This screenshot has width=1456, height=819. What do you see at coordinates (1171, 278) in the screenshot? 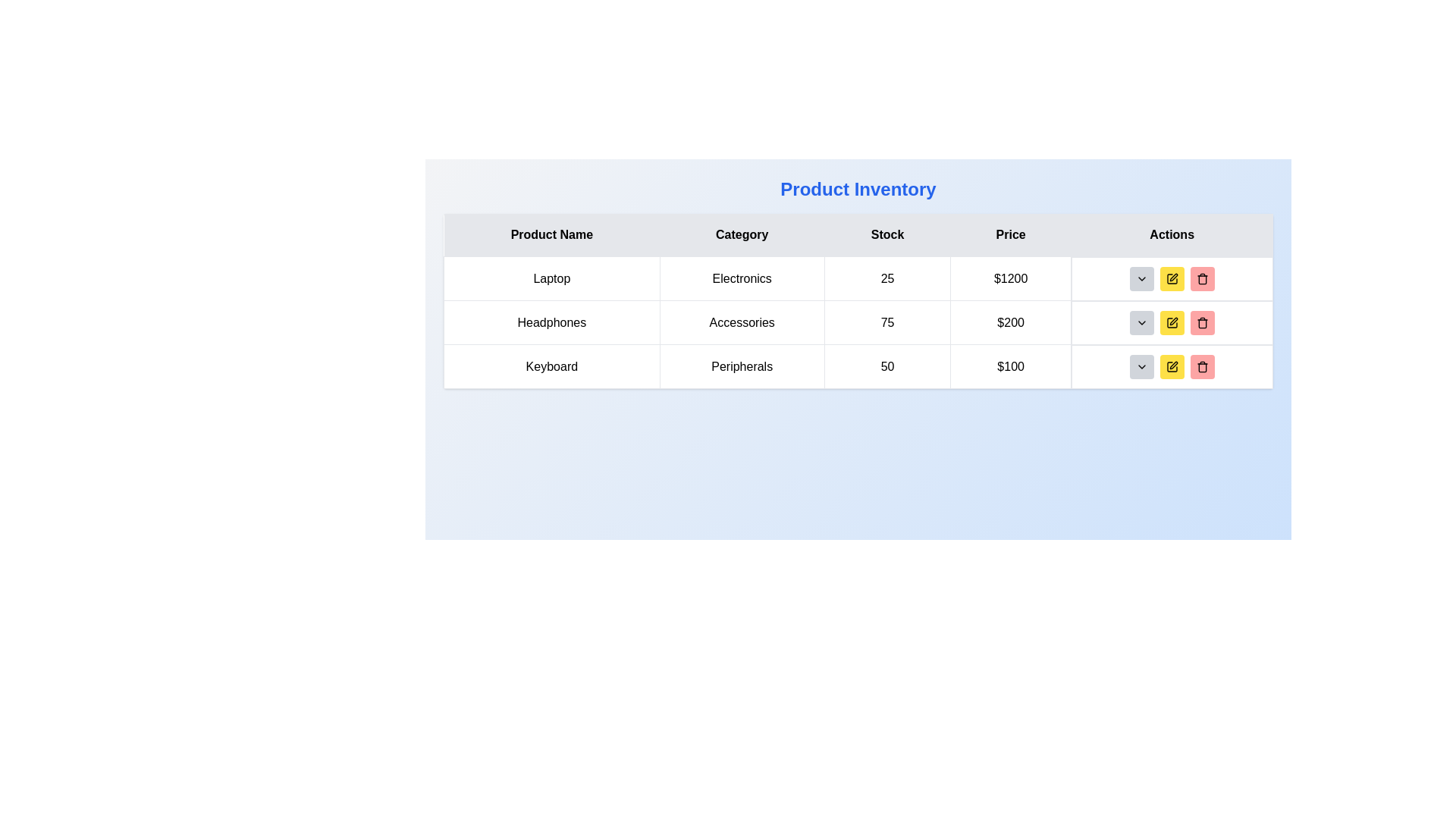
I see `the edit button located in the third row of the actions column in the product table` at bounding box center [1171, 278].